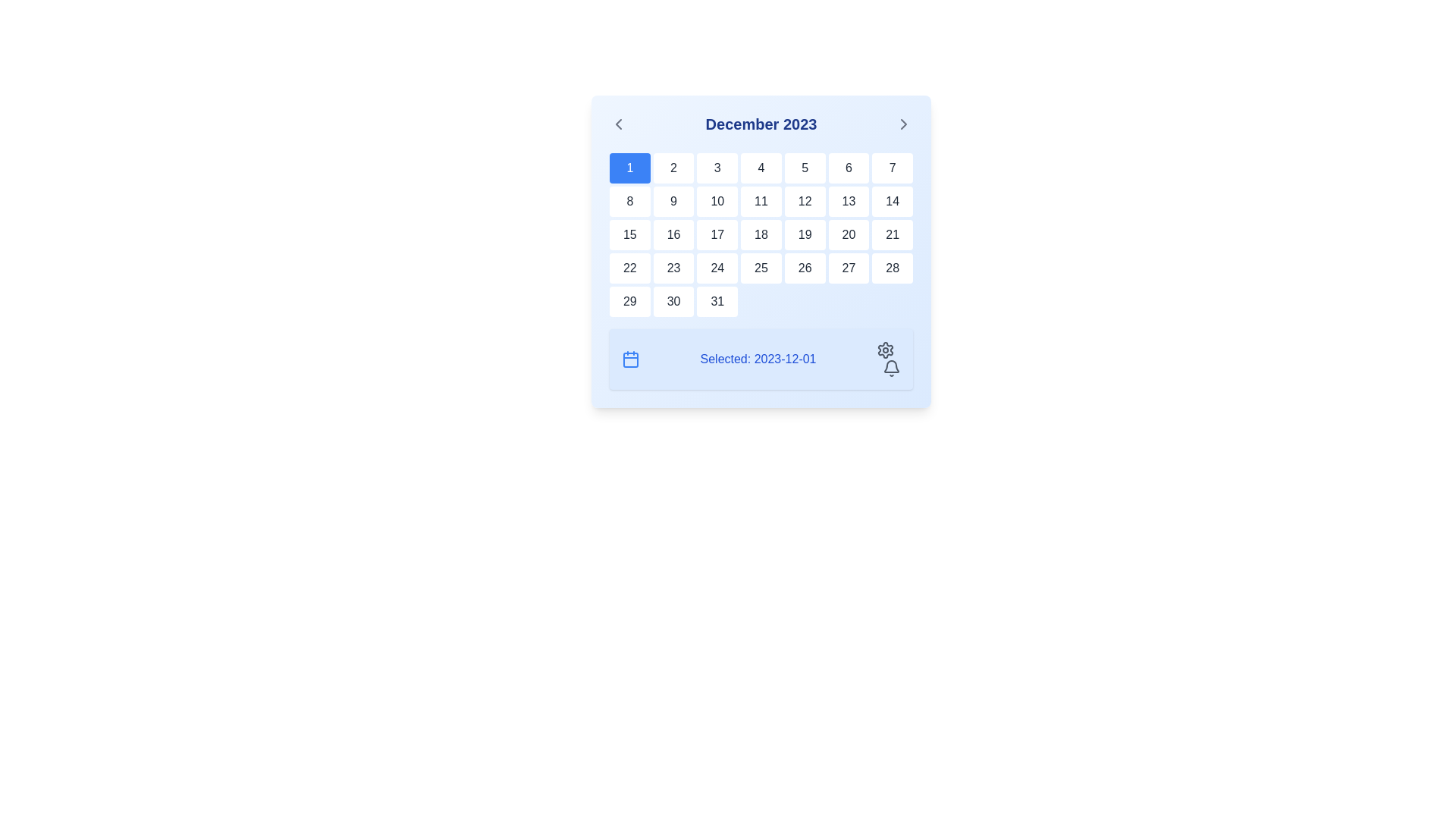  I want to click on the text item representing the 14th day of the month in the calendar layout, so click(893, 201).